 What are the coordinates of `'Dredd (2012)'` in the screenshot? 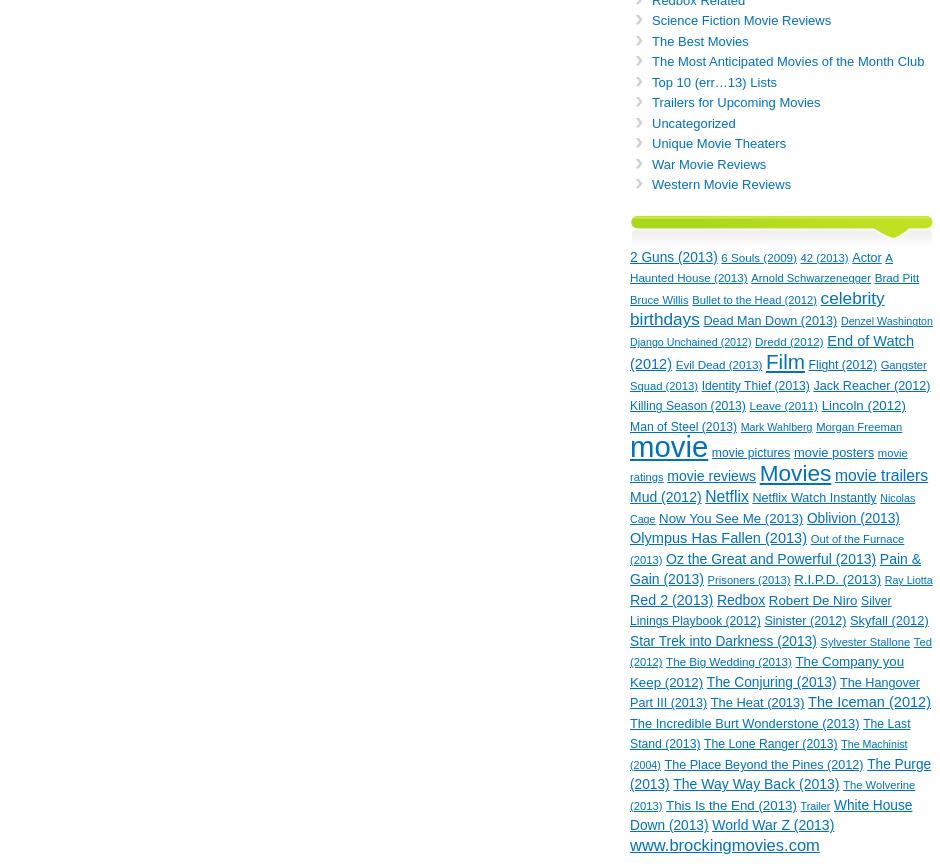 It's located at (789, 339).